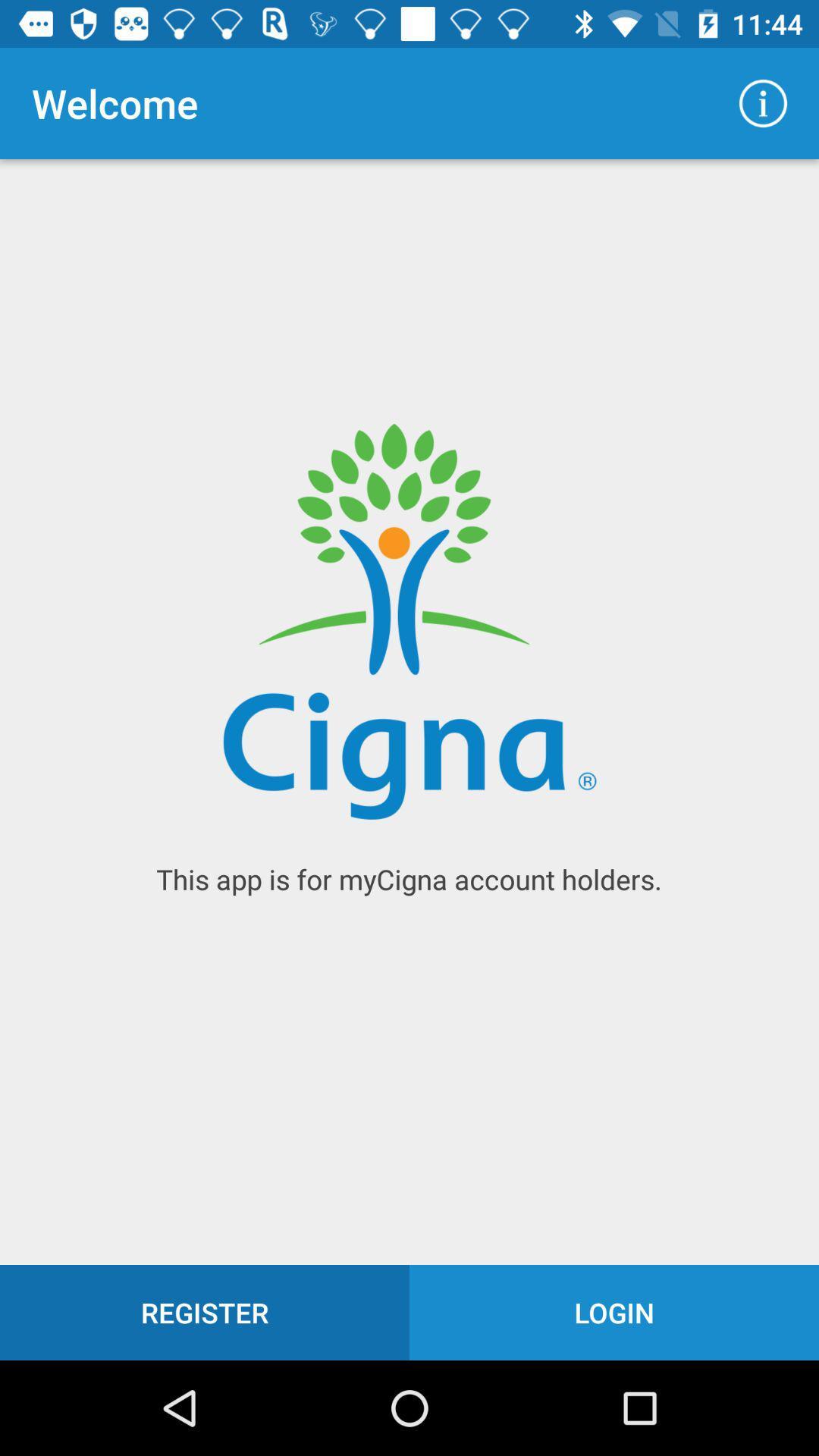 The image size is (819, 1456). What do you see at coordinates (205, 1312) in the screenshot?
I see `icon to the left of the login item` at bounding box center [205, 1312].